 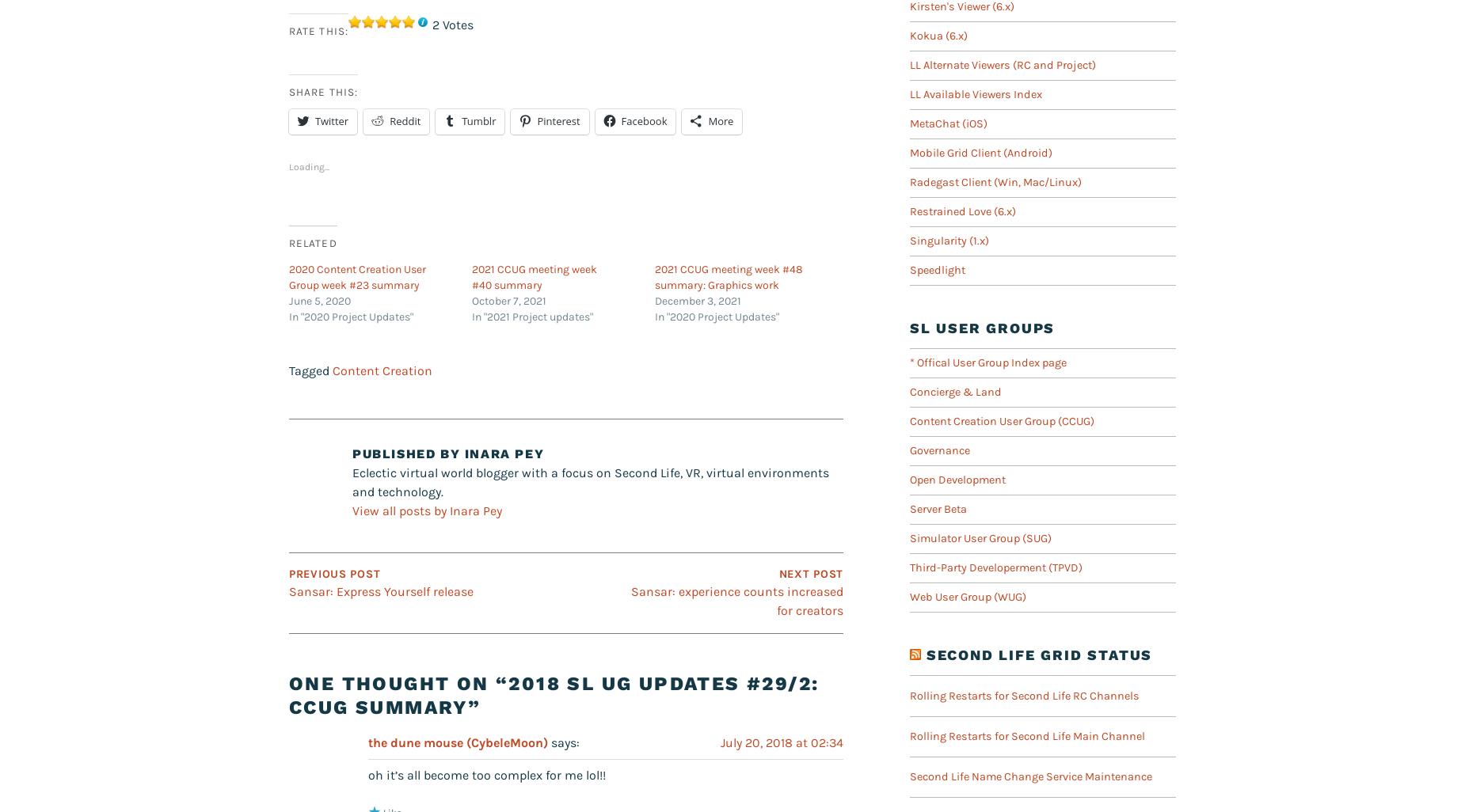 I want to click on 'Content Creation', so click(x=382, y=369).